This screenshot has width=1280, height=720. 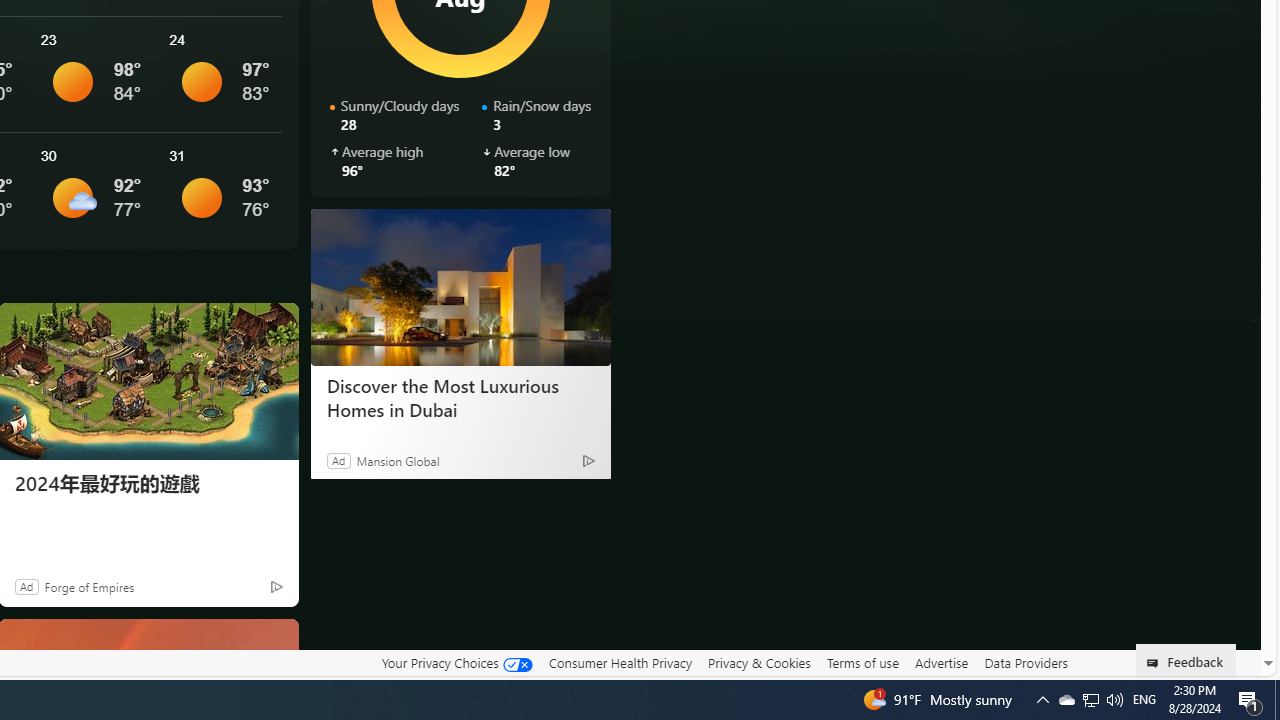 What do you see at coordinates (459, 287) in the screenshot?
I see `'Discover the Most Luxurious Homes in Dubai'` at bounding box center [459, 287].